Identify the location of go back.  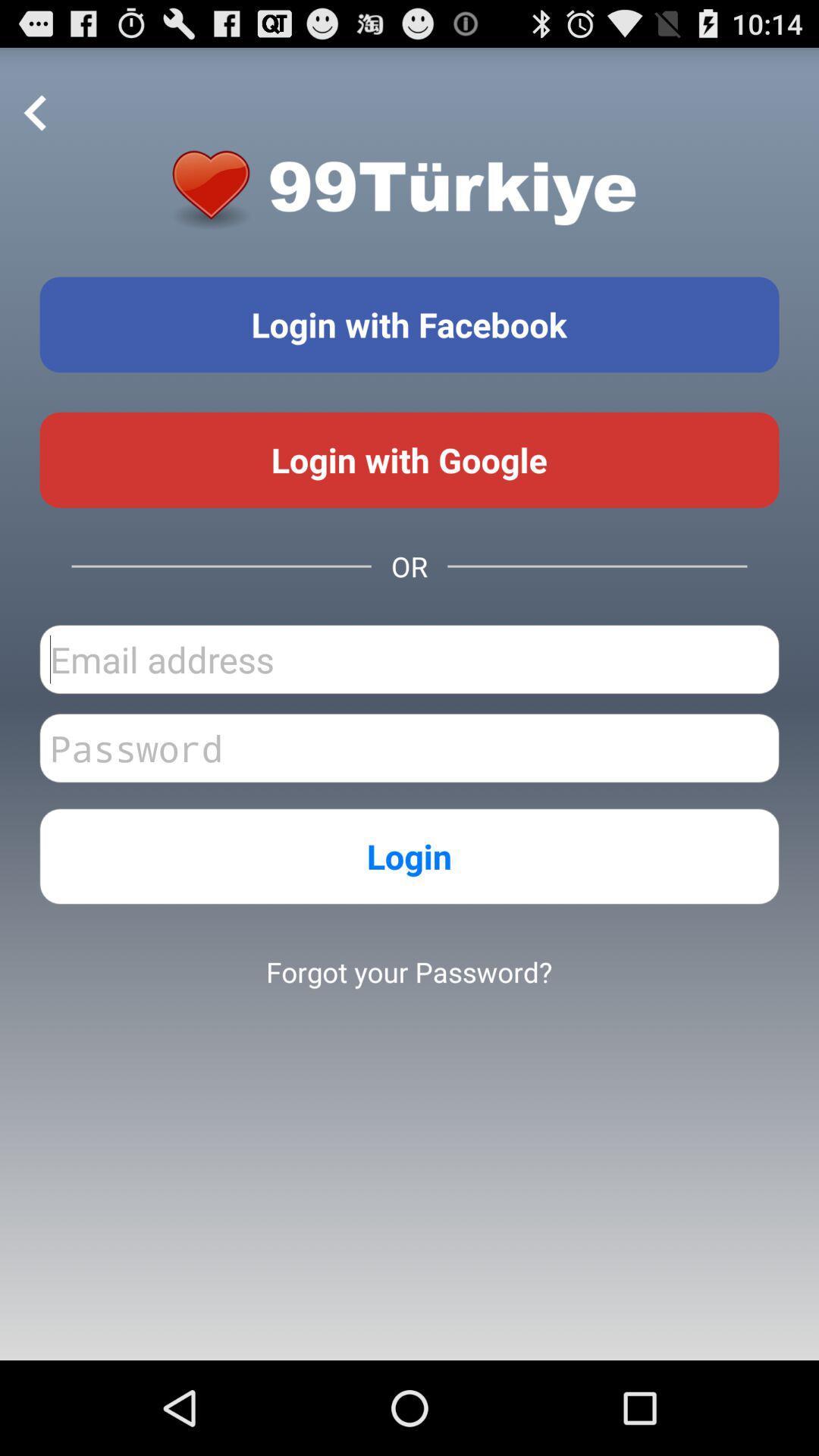
(35, 112).